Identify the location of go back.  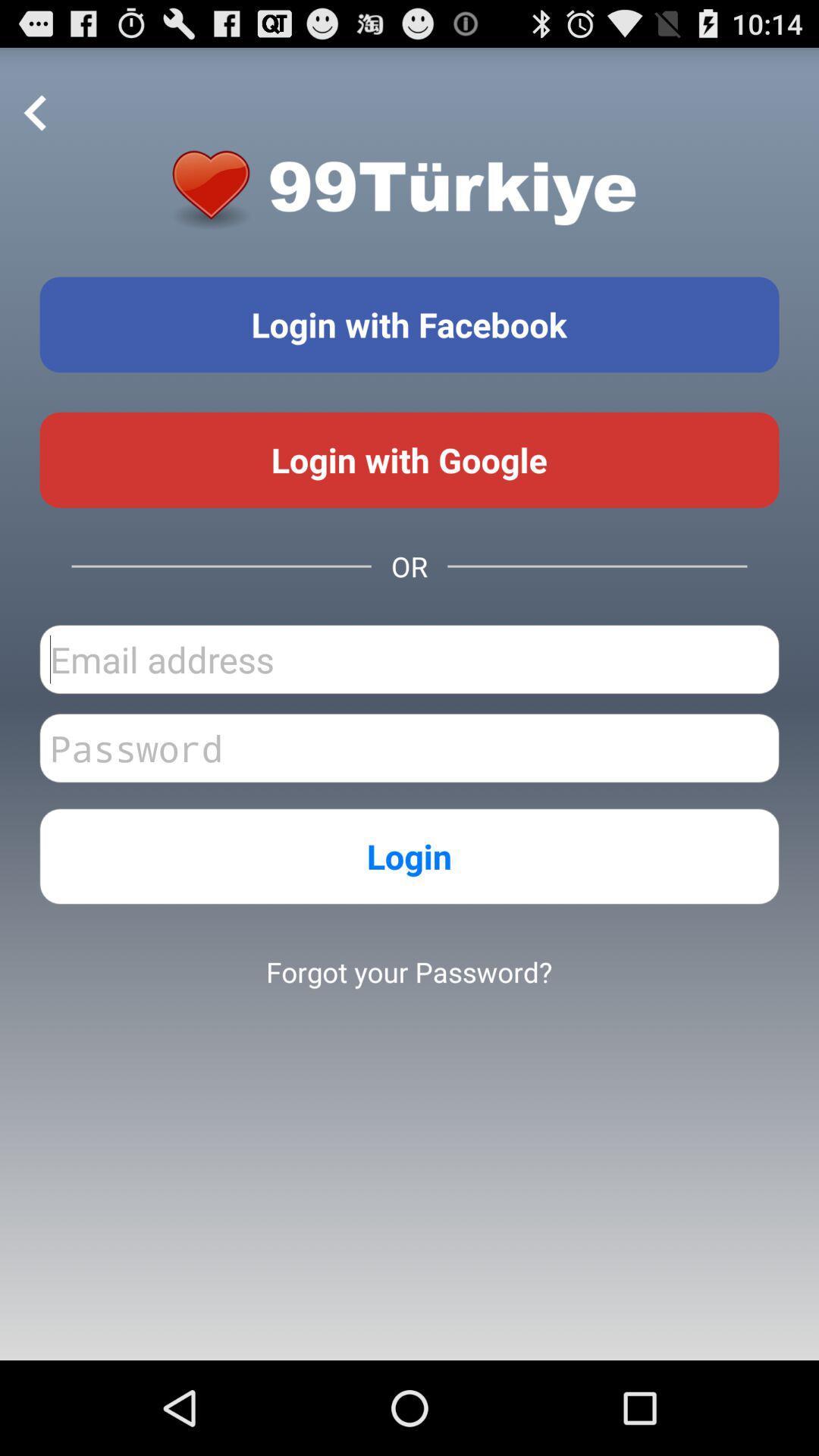
(35, 112).